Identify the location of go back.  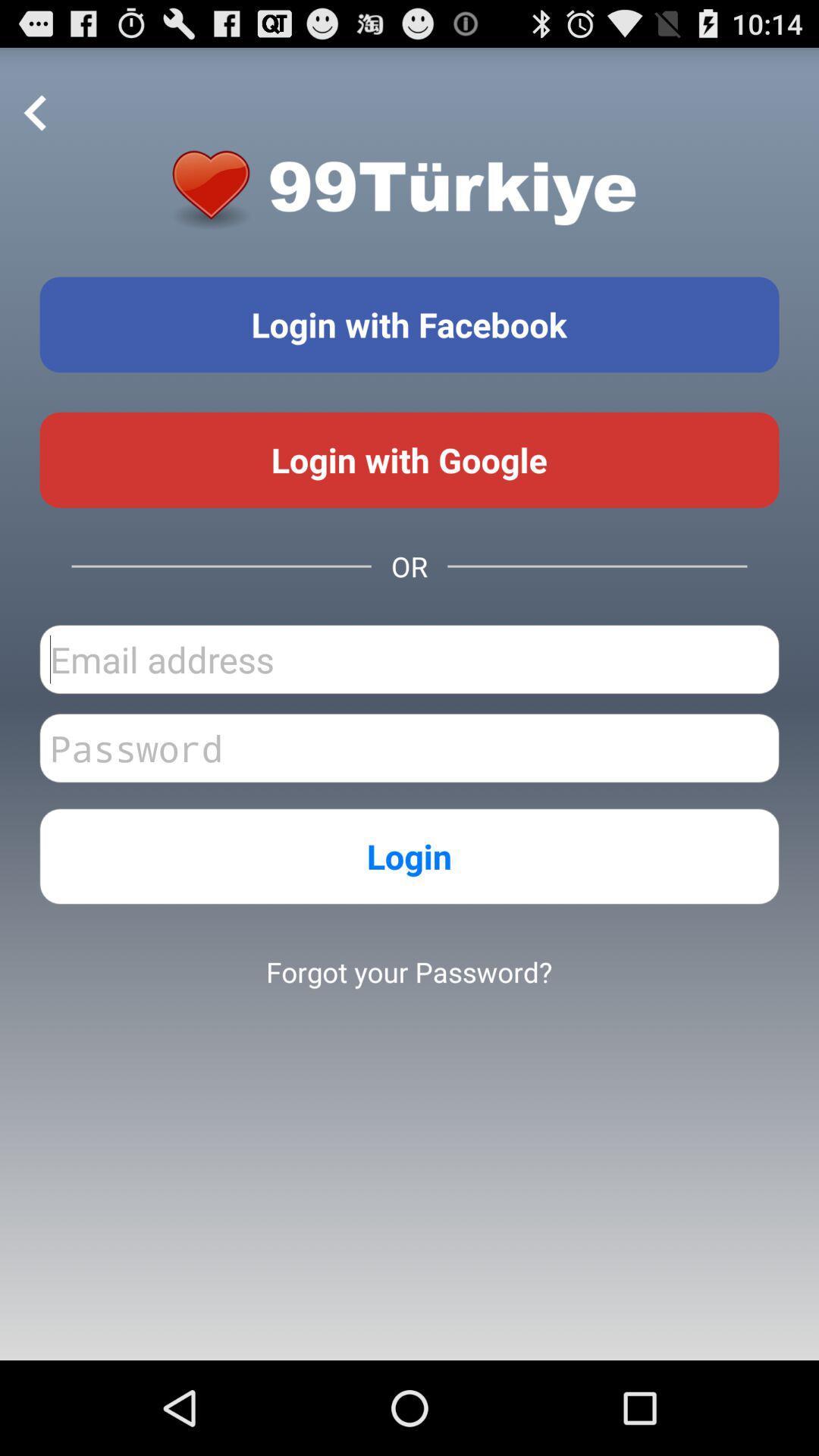
(35, 112).